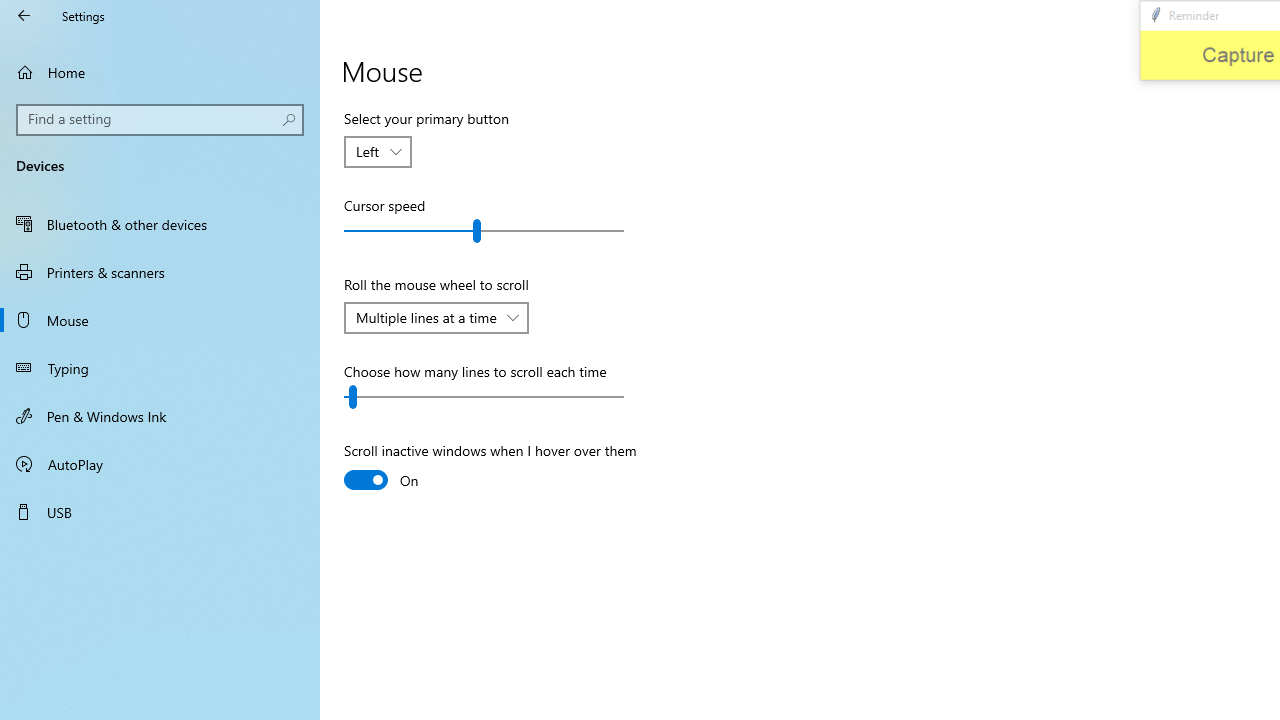 The height and width of the screenshot is (720, 1280). Describe the element at coordinates (160, 223) in the screenshot. I see `'Bluetooth & other devices'` at that location.